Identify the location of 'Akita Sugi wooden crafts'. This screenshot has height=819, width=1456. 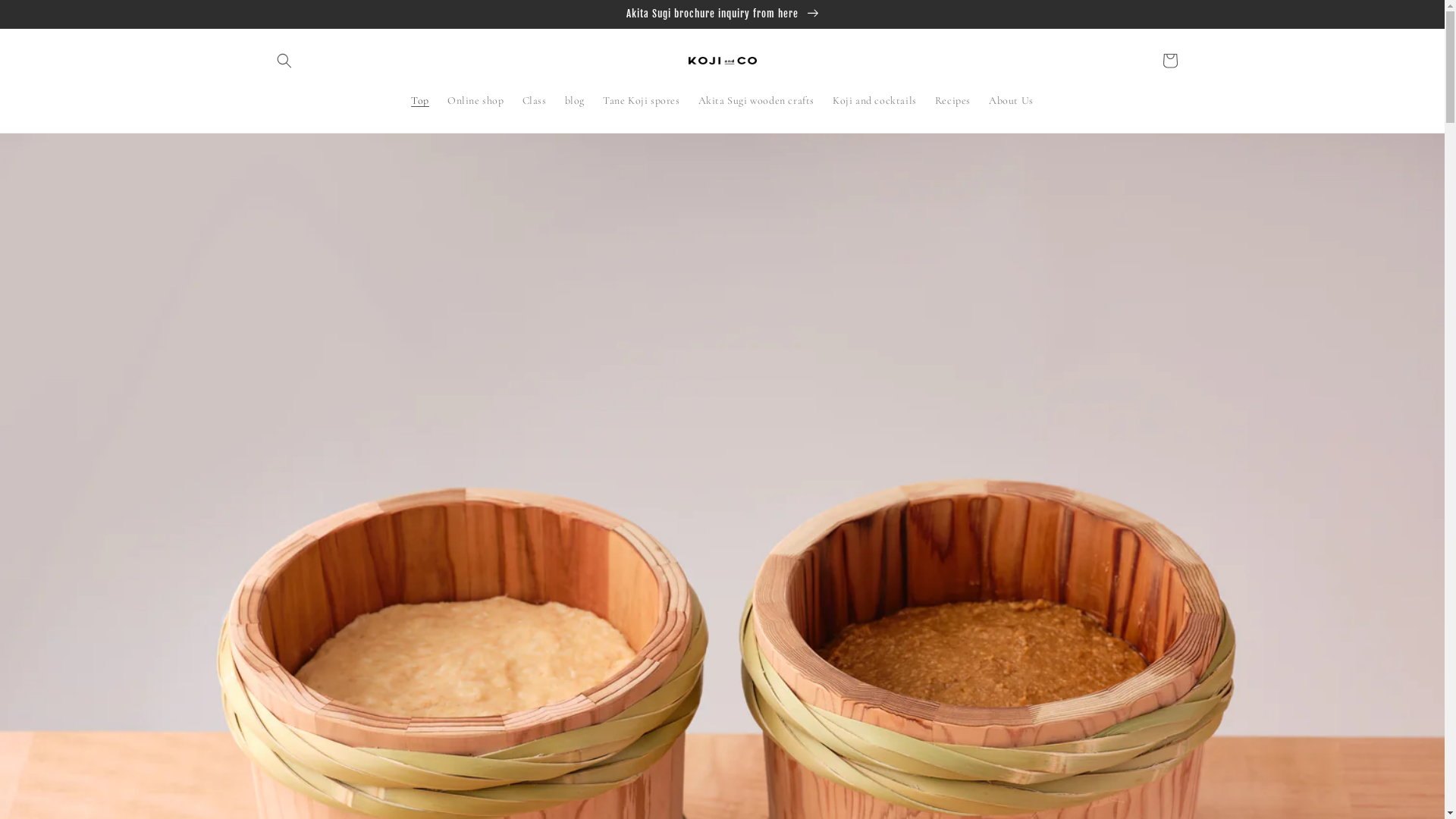
(756, 100).